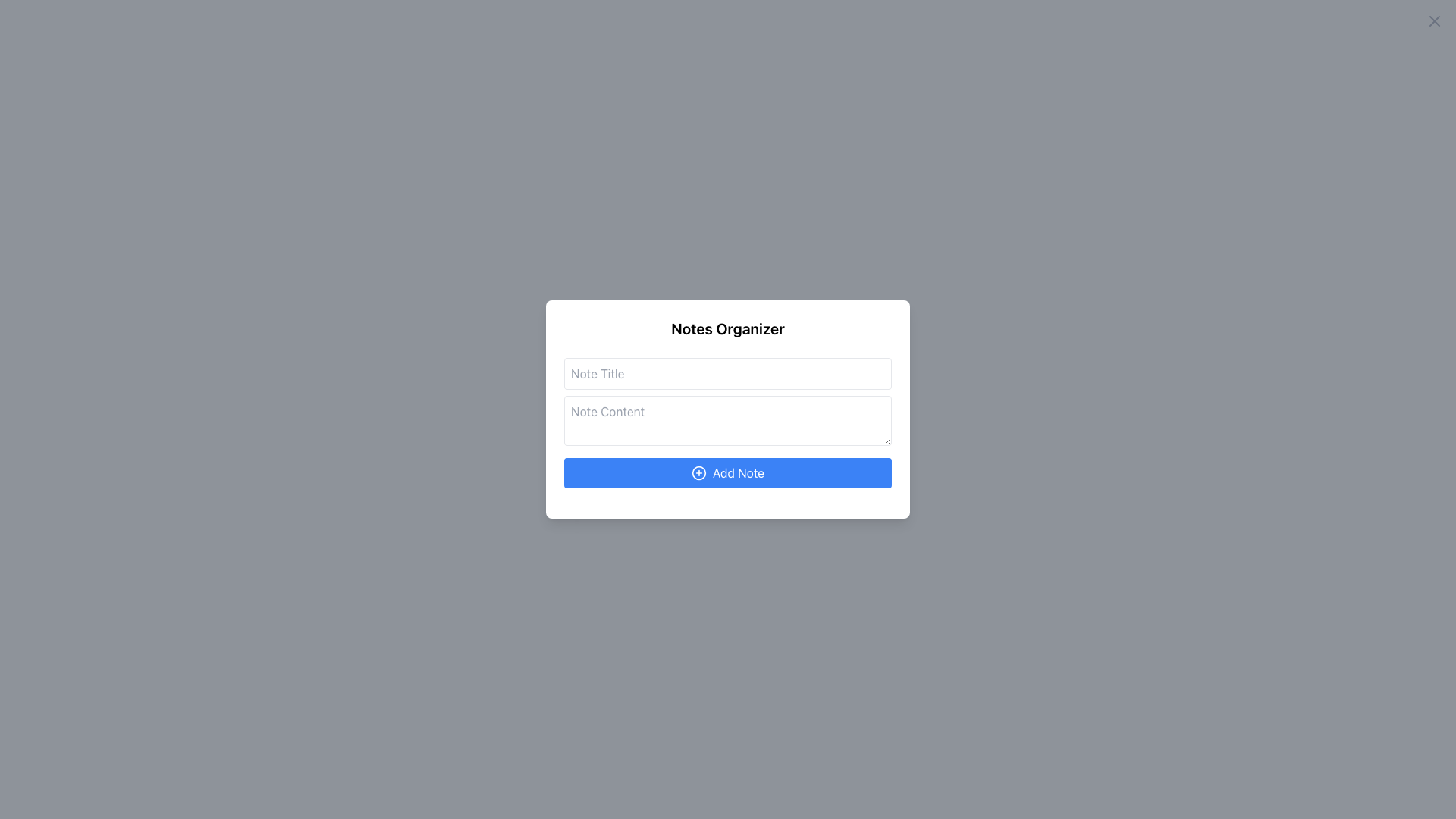 The width and height of the screenshot is (1456, 819). Describe the element at coordinates (728, 421) in the screenshot. I see `to highlight text in the multiline text input field located directly below the 'Note Title' input field` at that location.